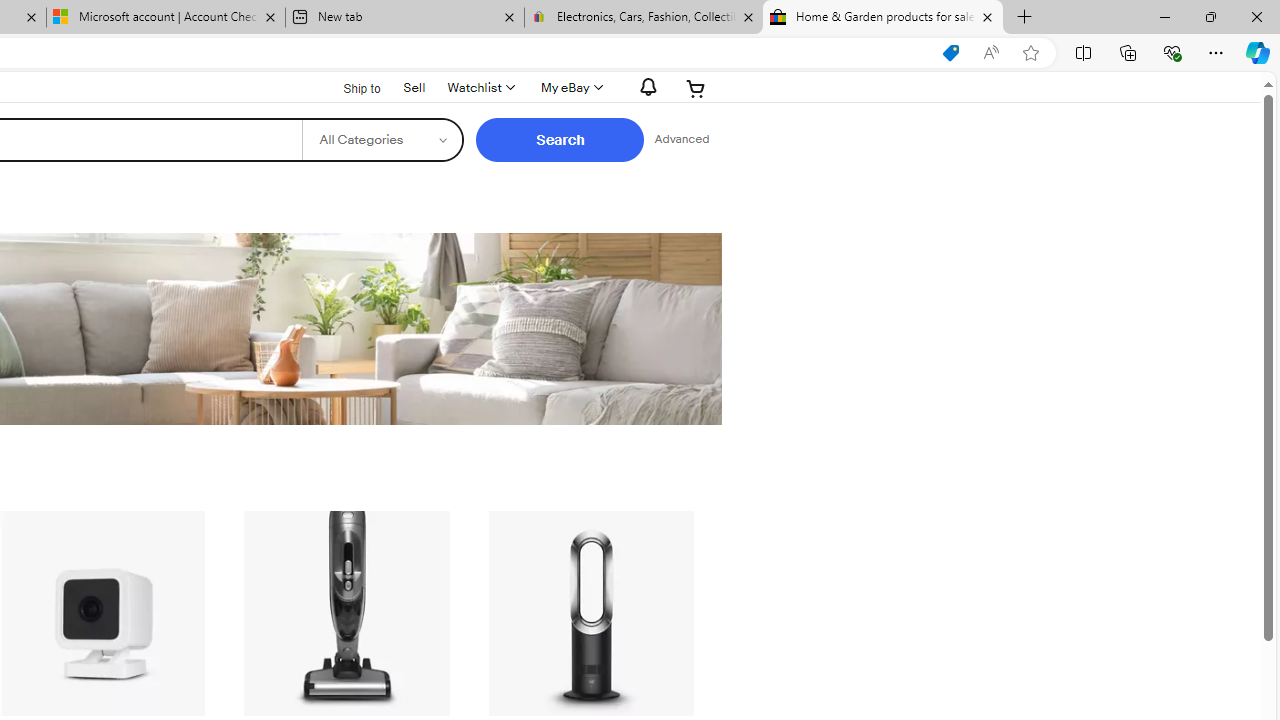 The height and width of the screenshot is (720, 1280). I want to click on 'Advanced Search', so click(681, 139).